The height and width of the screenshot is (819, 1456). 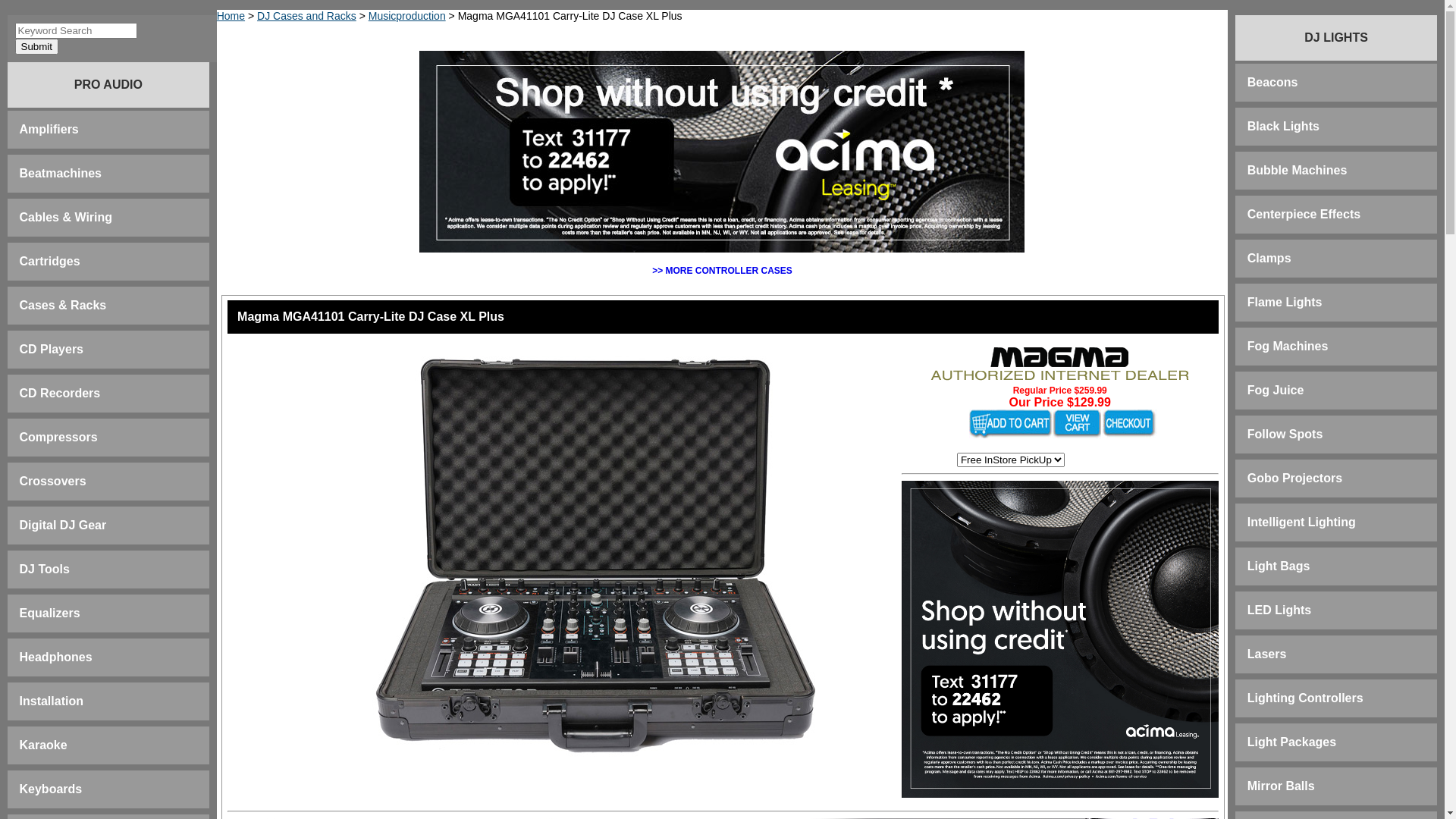 What do you see at coordinates (108, 84) in the screenshot?
I see `'PRO AUDIO'` at bounding box center [108, 84].